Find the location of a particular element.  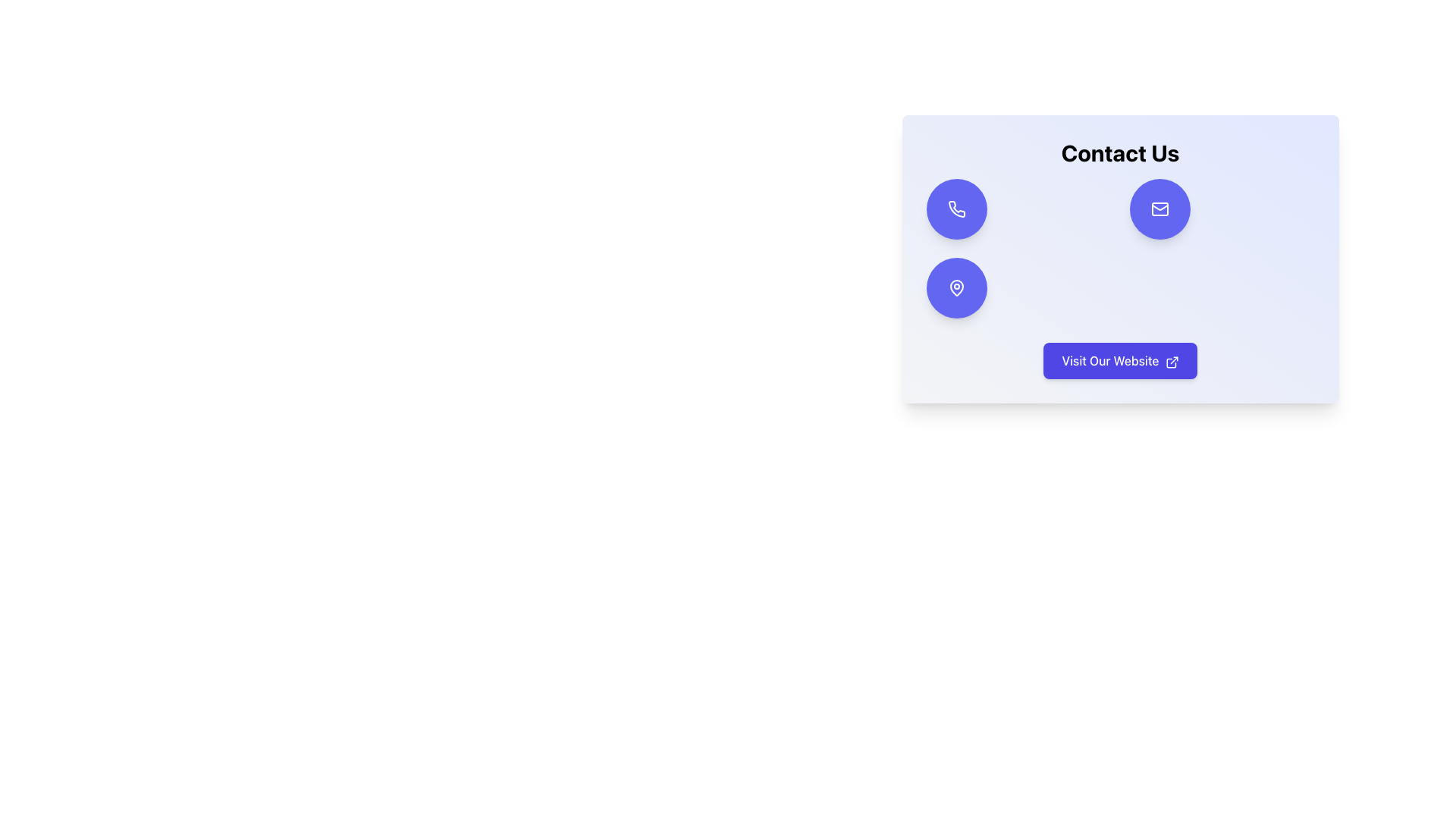

the main body of the map pin icon located in the 'Contact Us' section, which is visually centered below the phone and envelope icons is located at coordinates (955, 288).